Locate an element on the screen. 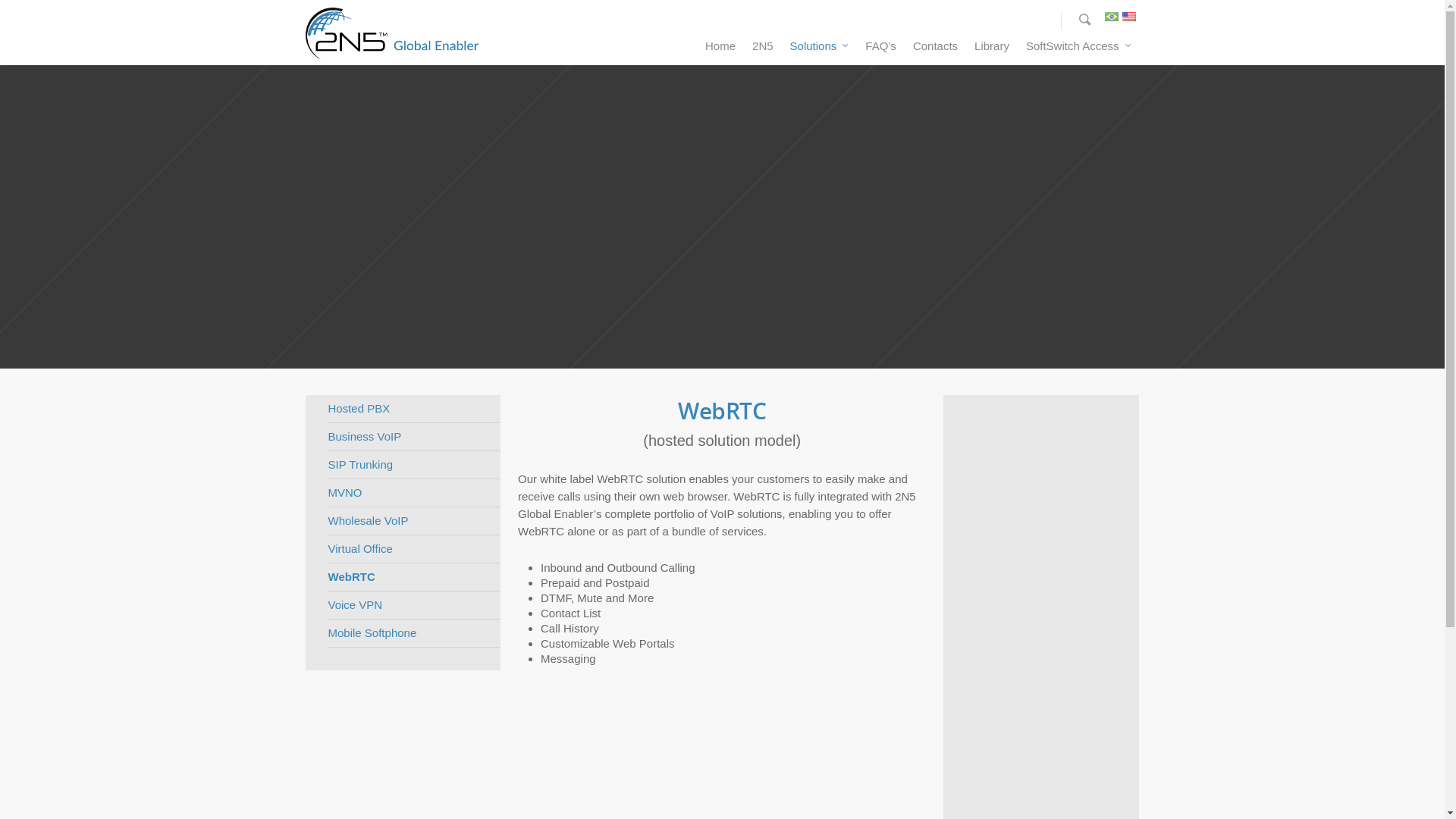 The width and height of the screenshot is (1456, 819). 'Home' is located at coordinates (720, 49).